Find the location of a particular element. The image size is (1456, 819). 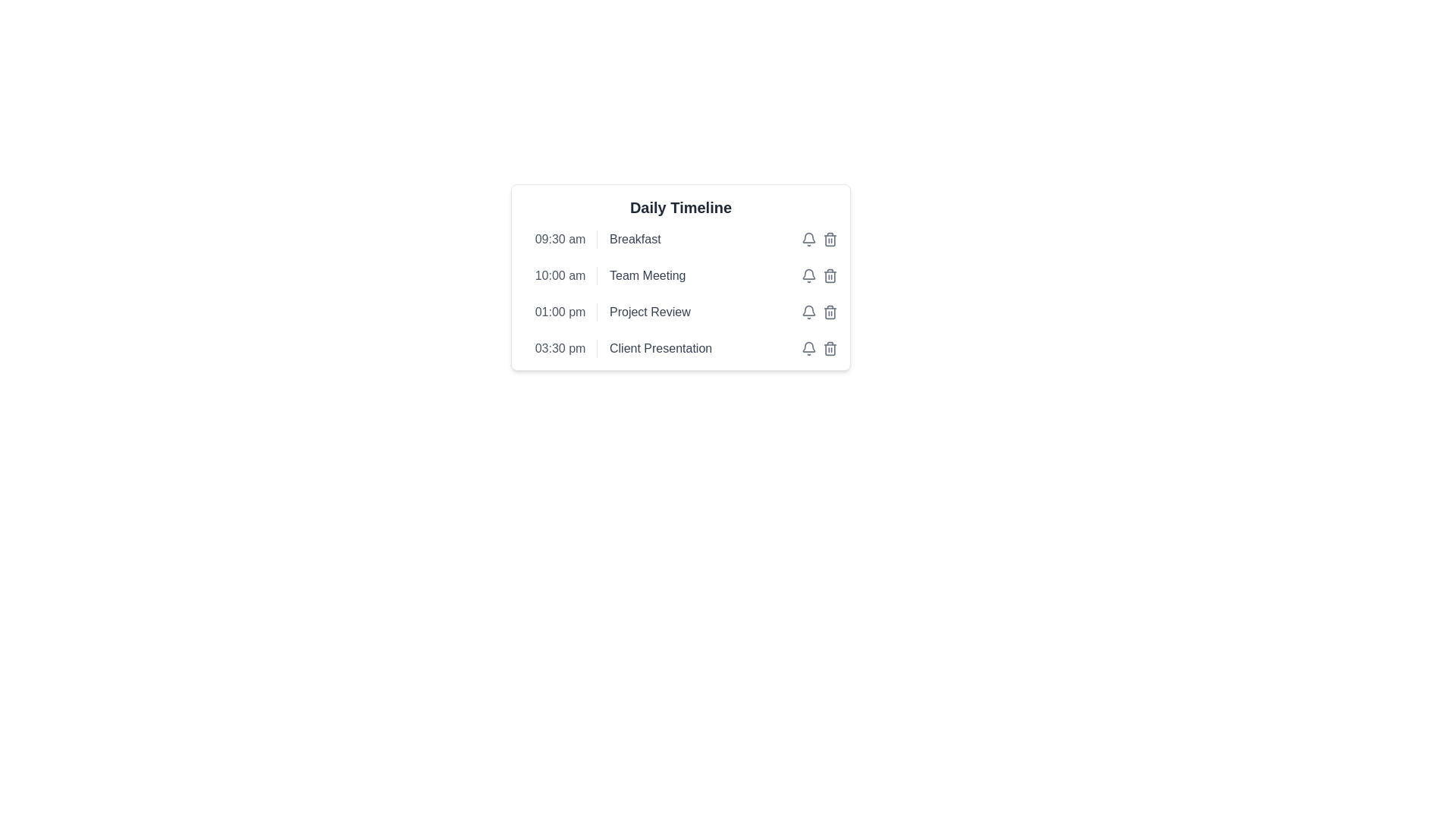

details of the Schedule Entry for 'Team Meeting' at '10:00 am', which is the second entry in the list of daily timeline events is located at coordinates (679, 275).